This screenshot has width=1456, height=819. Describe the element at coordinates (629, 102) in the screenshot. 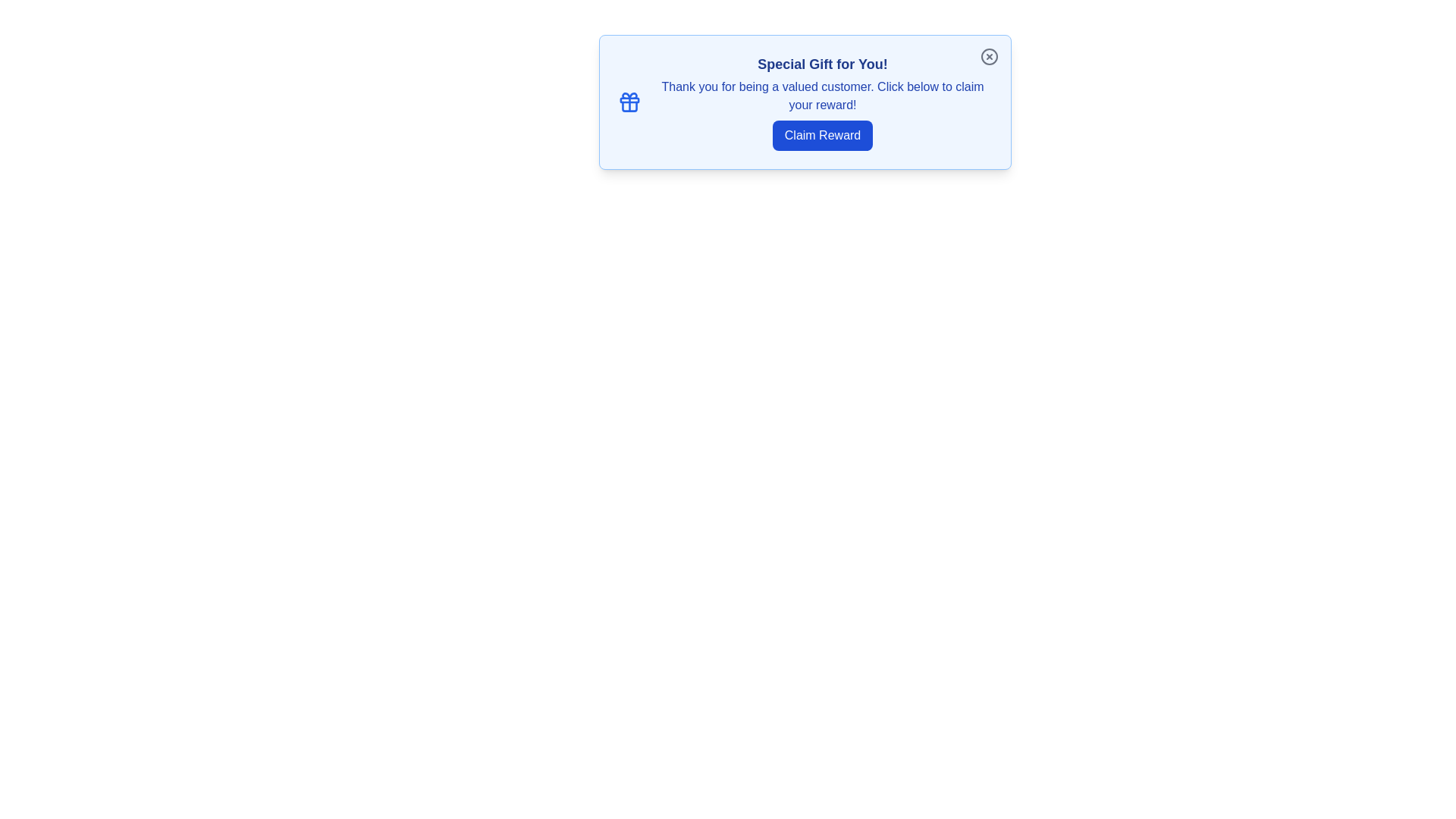

I see `the gift icon in the notification to focus on it` at that location.